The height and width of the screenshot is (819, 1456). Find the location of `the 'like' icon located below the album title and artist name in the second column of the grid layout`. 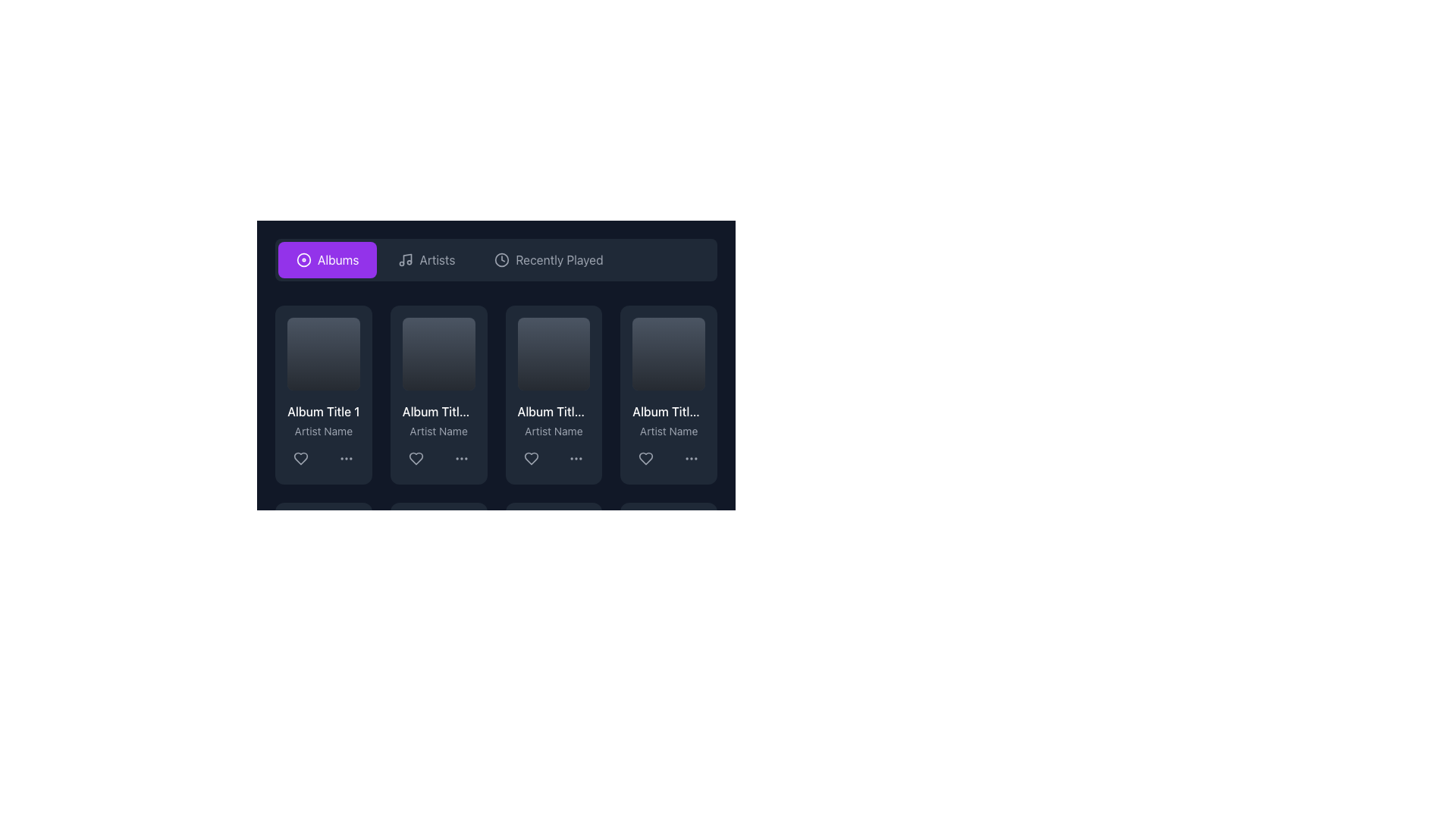

the 'like' icon located below the album title and artist name in the second column of the grid layout is located at coordinates (416, 457).